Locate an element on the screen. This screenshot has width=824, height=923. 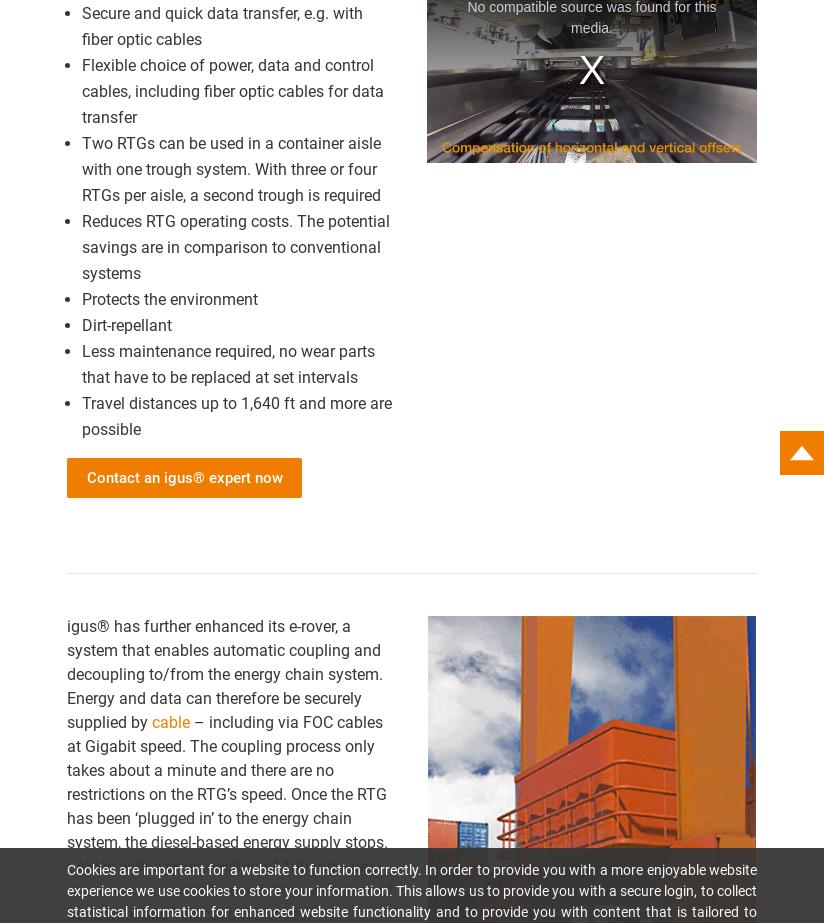
'cable' is located at coordinates (169, 720).